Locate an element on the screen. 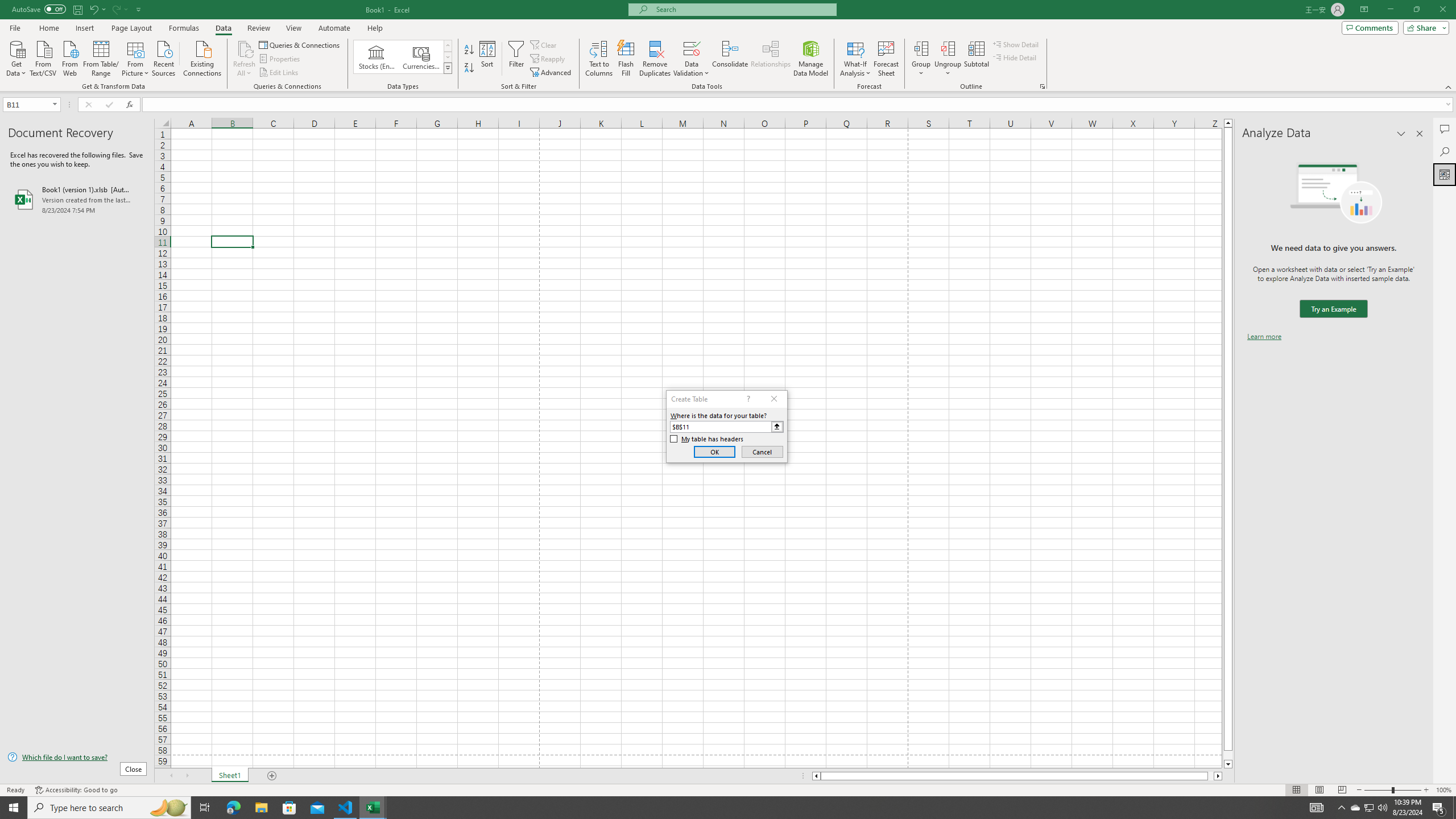  'Queries & Connections' is located at coordinates (300, 44).